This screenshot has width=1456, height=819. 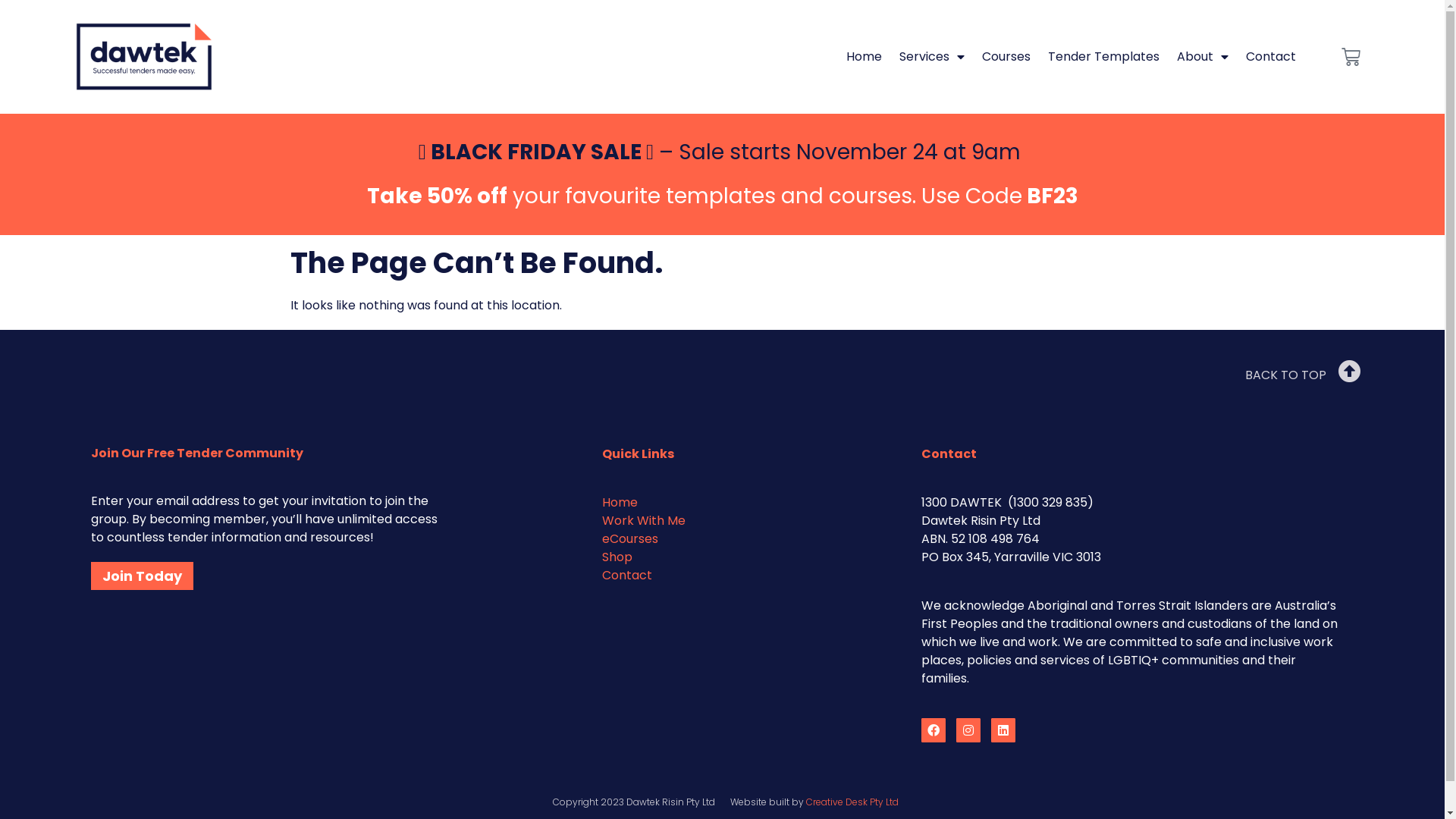 What do you see at coordinates (617, 557) in the screenshot?
I see `'Shop'` at bounding box center [617, 557].